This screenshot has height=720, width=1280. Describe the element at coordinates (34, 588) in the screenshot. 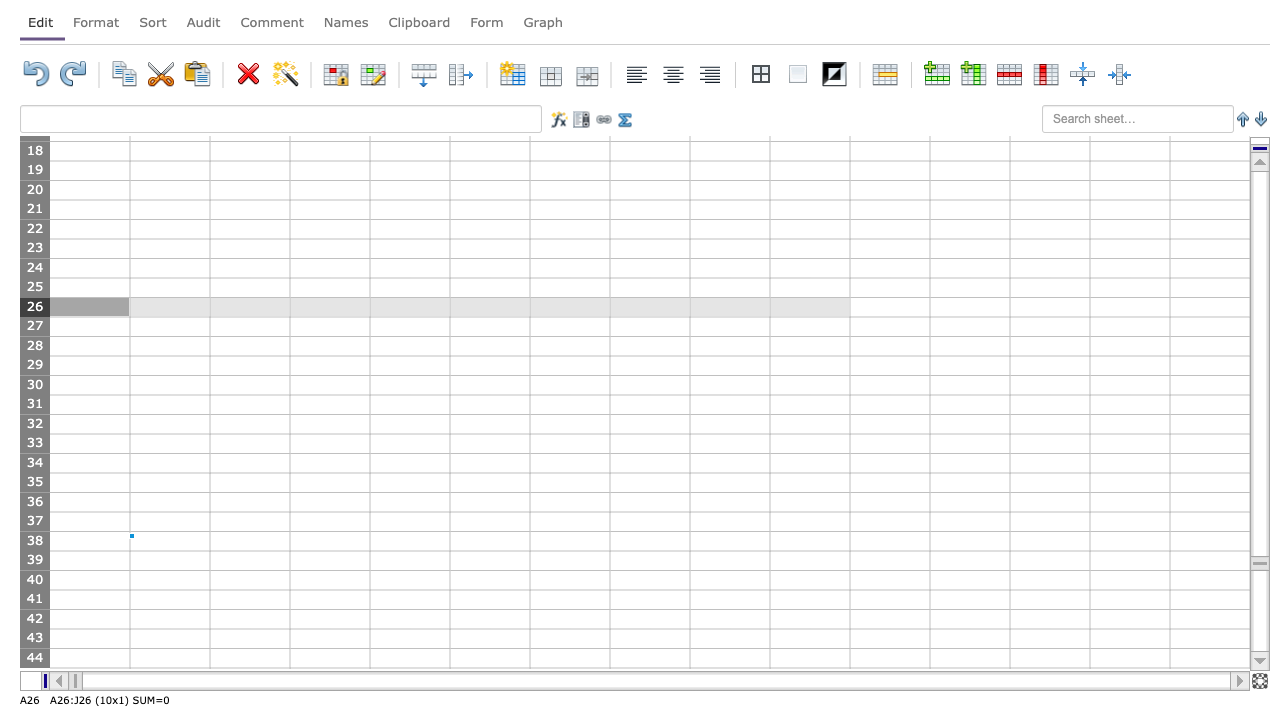

I see `row 40's resize area` at that location.